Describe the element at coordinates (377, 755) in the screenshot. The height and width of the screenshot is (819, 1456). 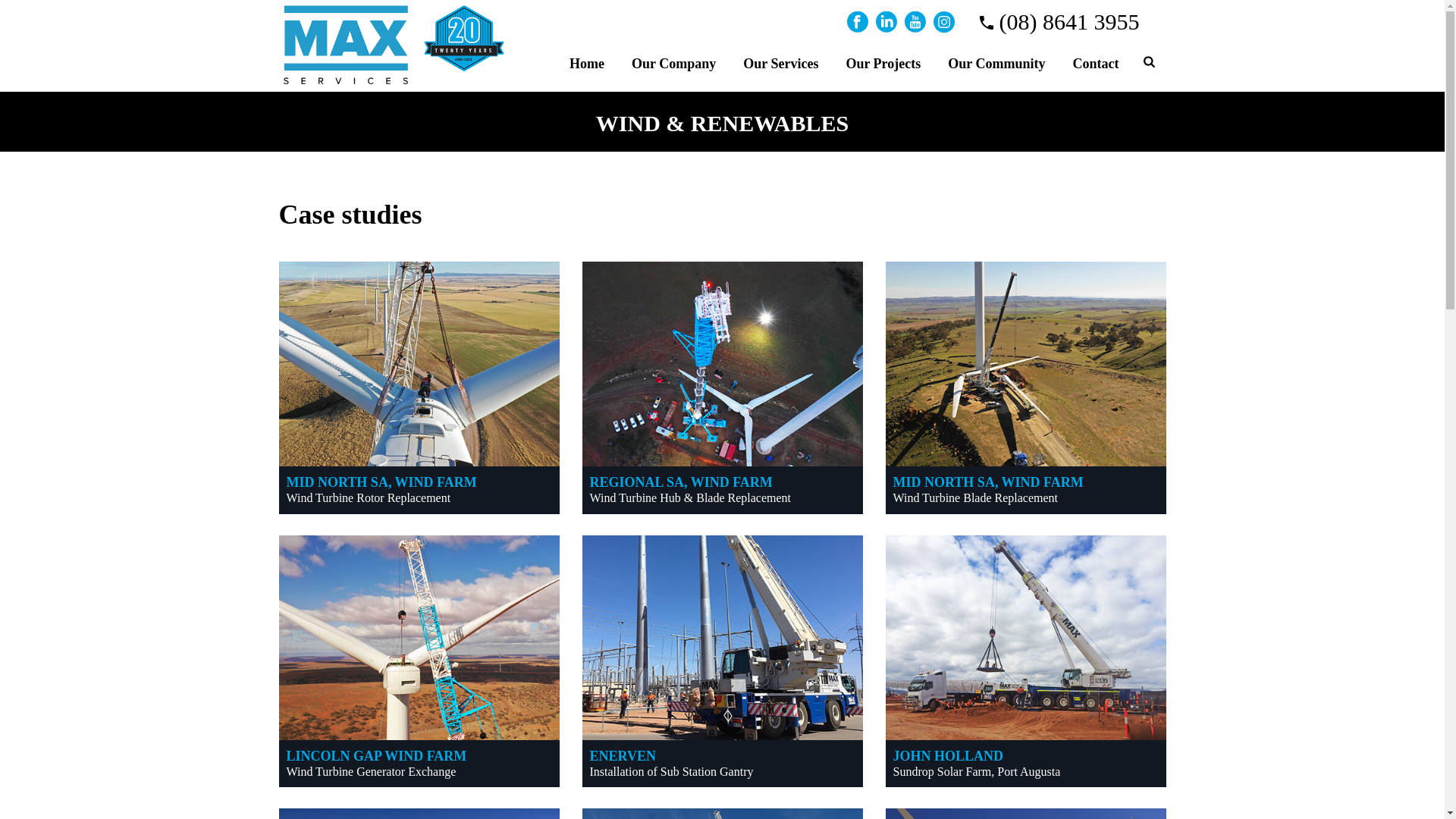
I see `'LINCOLN GAP WIND FARM'` at that location.